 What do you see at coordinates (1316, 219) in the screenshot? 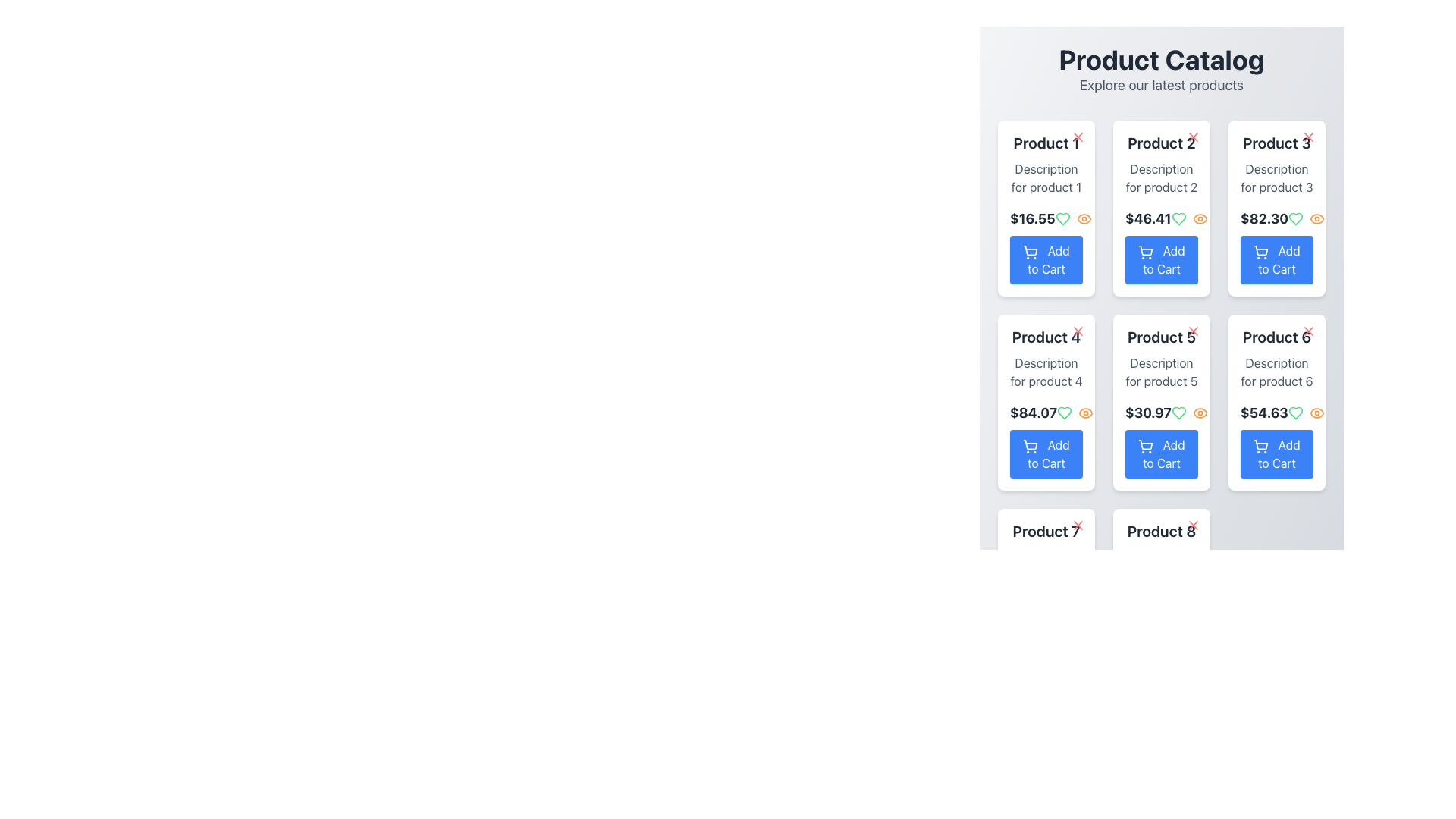
I see `the icon button located in the 'Product 3' card of the product catalog` at bounding box center [1316, 219].